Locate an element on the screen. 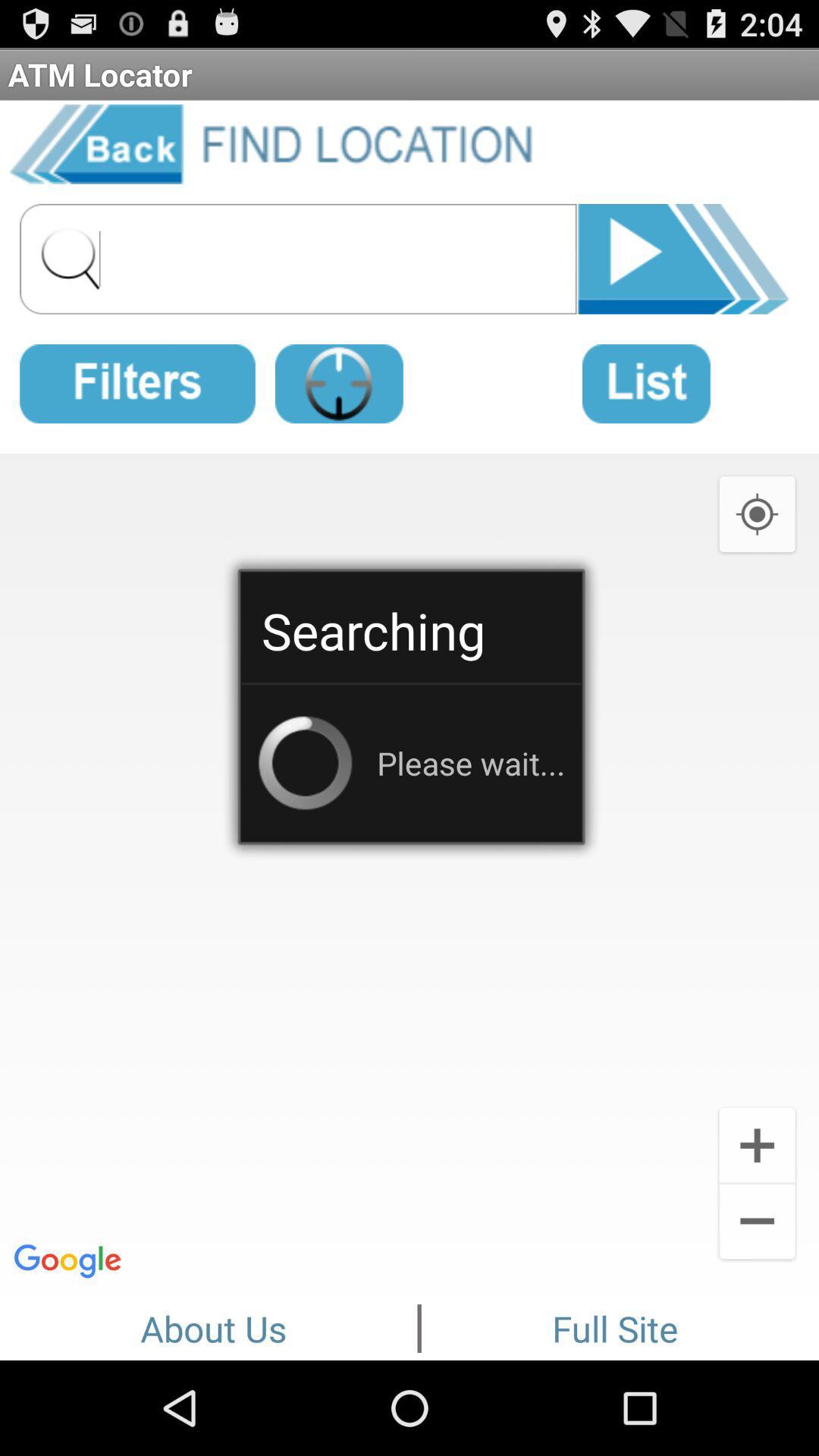 This screenshot has height=1456, width=819. the full site is located at coordinates (615, 1325).